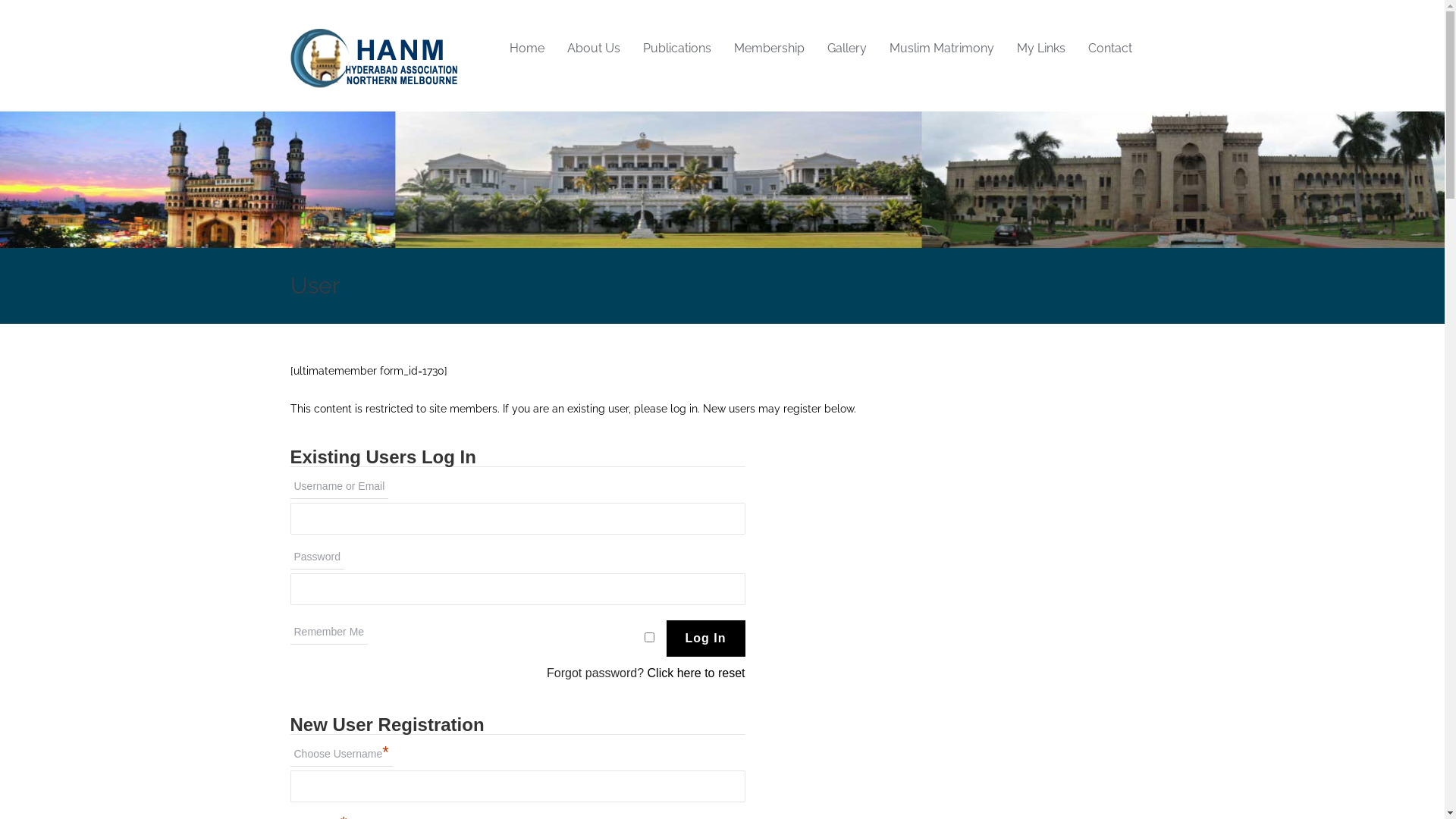 The image size is (1456, 819). Describe the element at coordinates (648, 672) in the screenshot. I see `'Click here to reset'` at that location.